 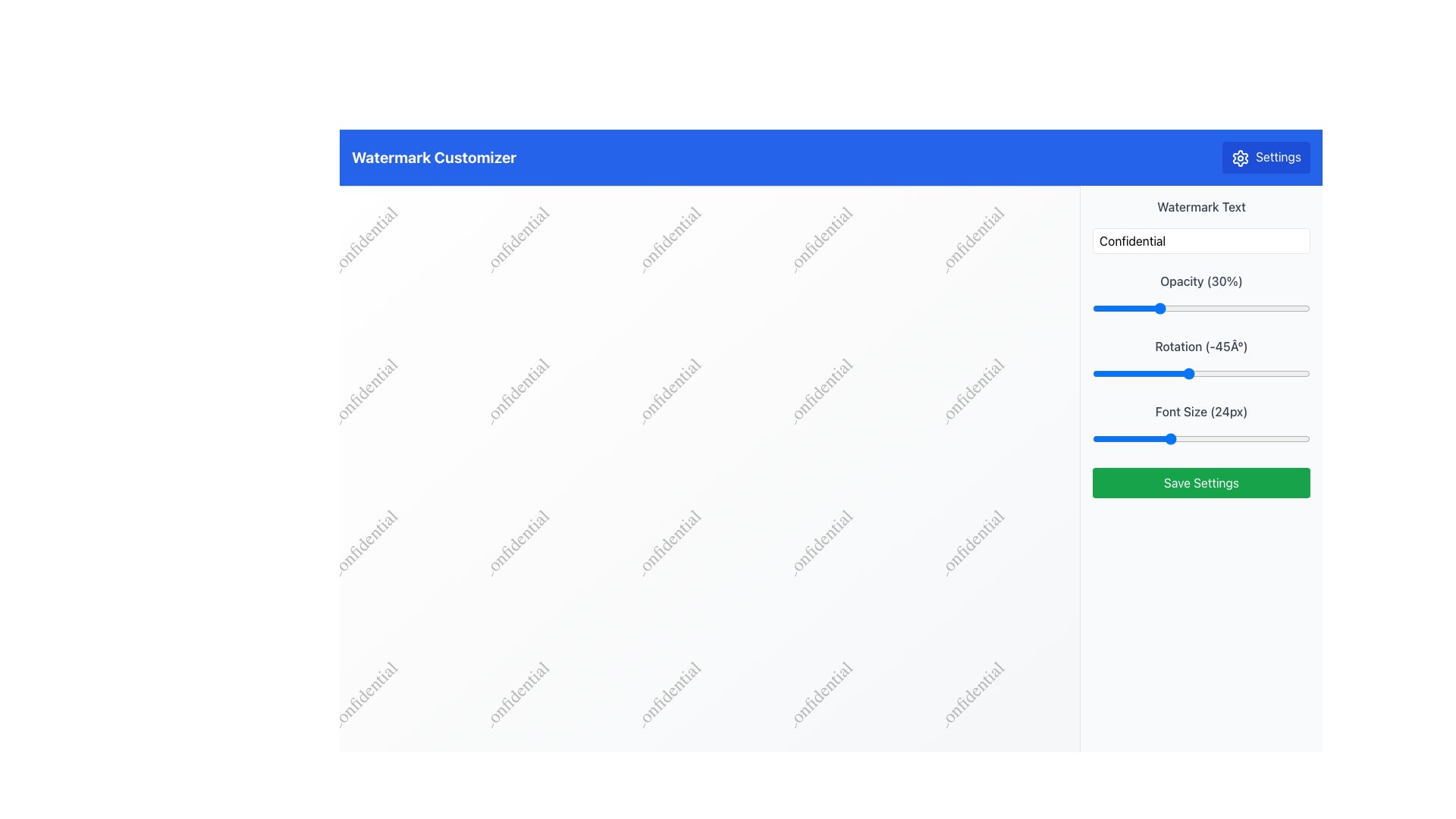 What do you see at coordinates (1114, 373) in the screenshot?
I see `rotation` at bounding box center [1114, 373].